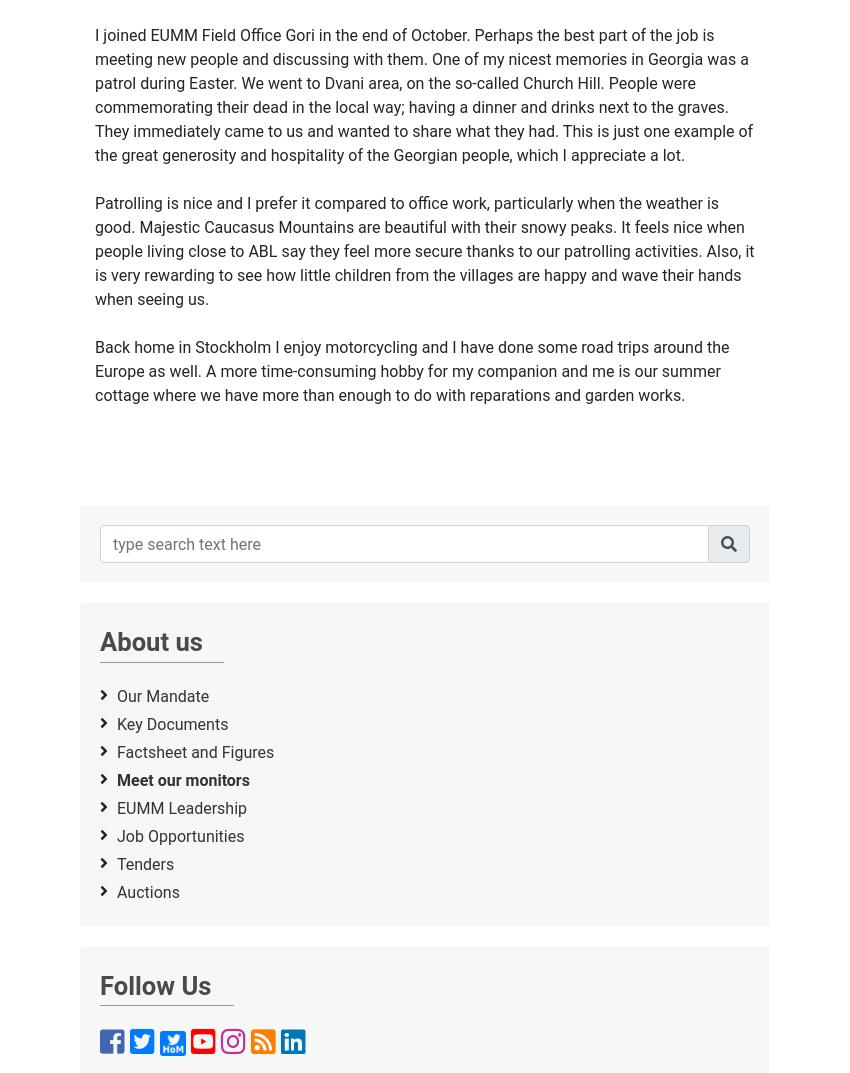  I want to click on 'Patrolling is nice and I prefer it compared to office work, 
particularly when the weather is good. Majestic Caucasus Mountains are 
beautiful with their snowy peaks. It feels nice when people living close
 to ABL say they feel more secure thanks to our patrolling activities. 
Also, it is very rewarding to see how little children from the villages 
are happy and wave their hands when seeing us.', so click(424, 250).